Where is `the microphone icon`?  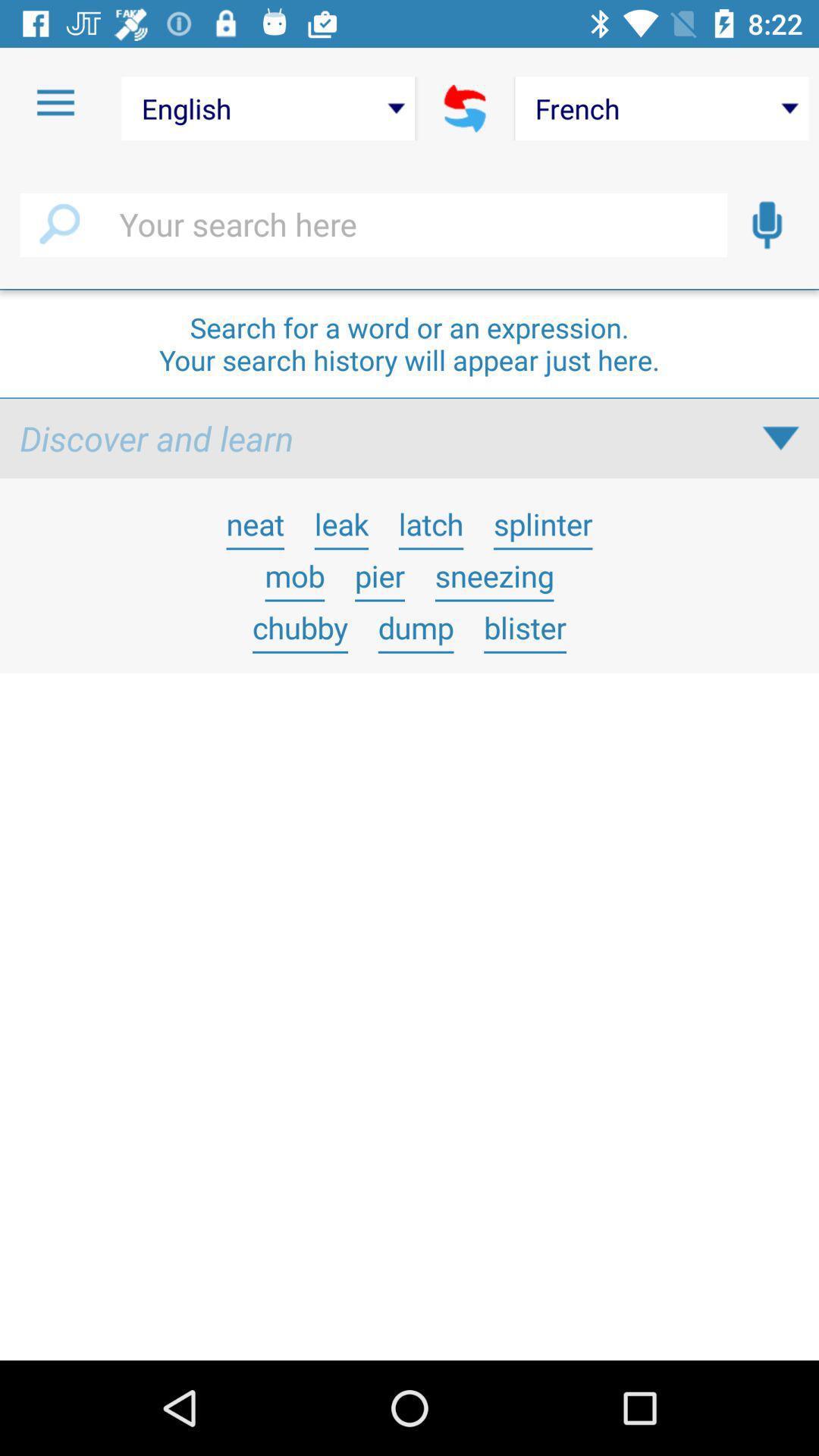 the microphone icon is located at coordinates (767, 224).